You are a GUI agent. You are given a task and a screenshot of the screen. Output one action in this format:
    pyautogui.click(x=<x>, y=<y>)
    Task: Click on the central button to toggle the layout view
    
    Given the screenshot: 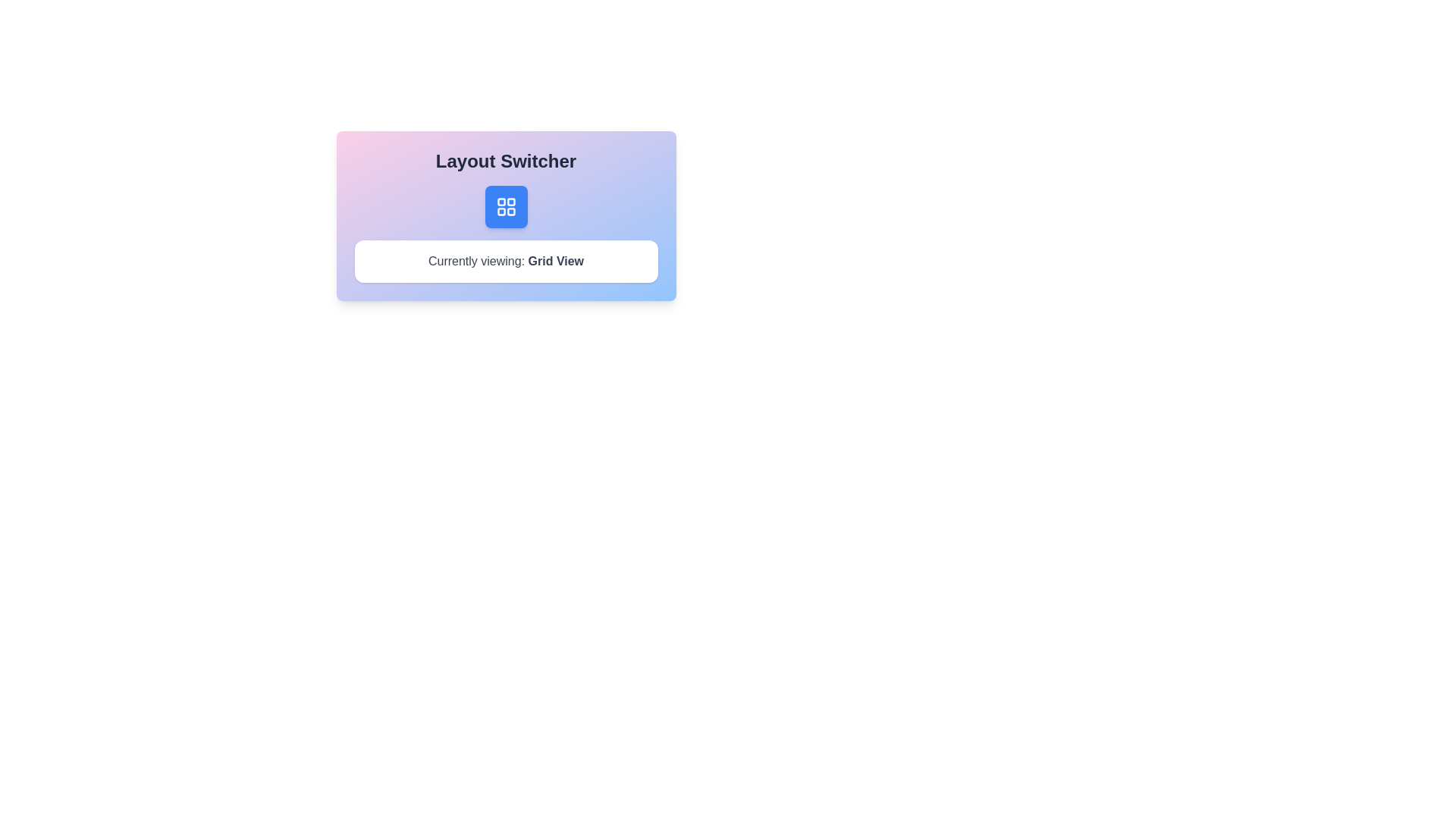 What is the action you would take?
    pyautogui.click(x=506, y=207)
    